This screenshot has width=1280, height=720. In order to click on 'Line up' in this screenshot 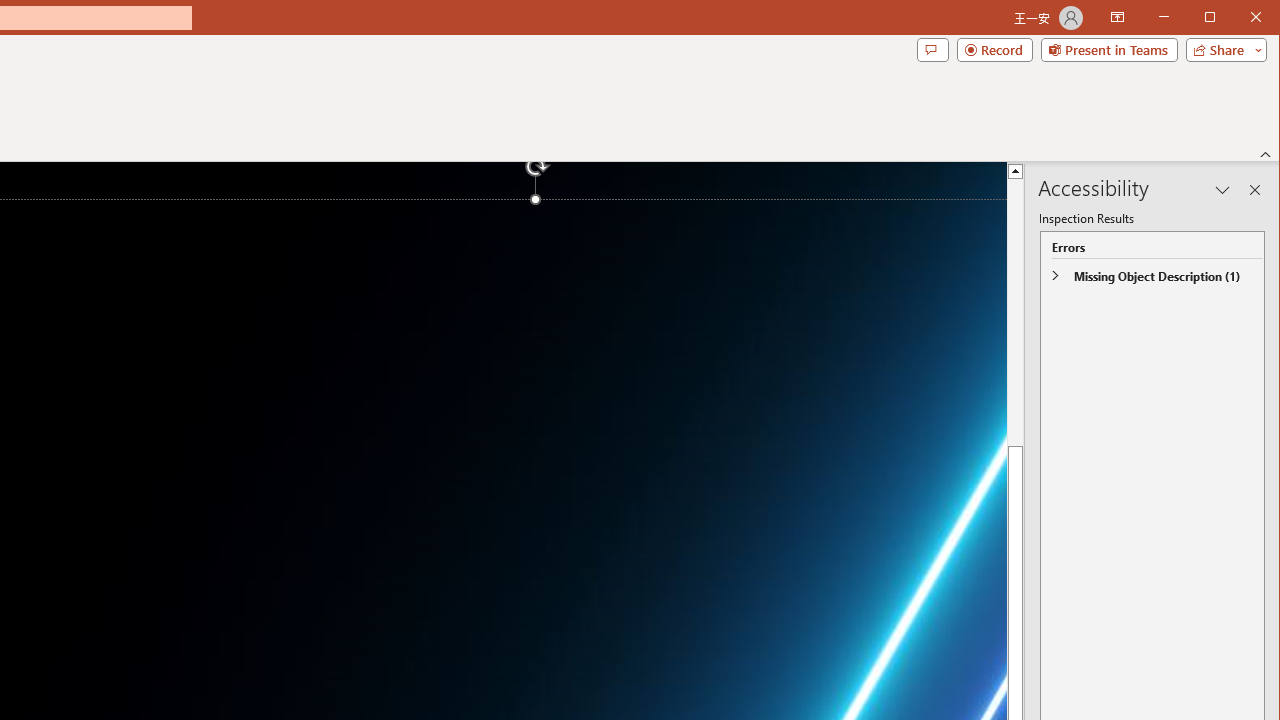, I will do `click(1015, 169)`.